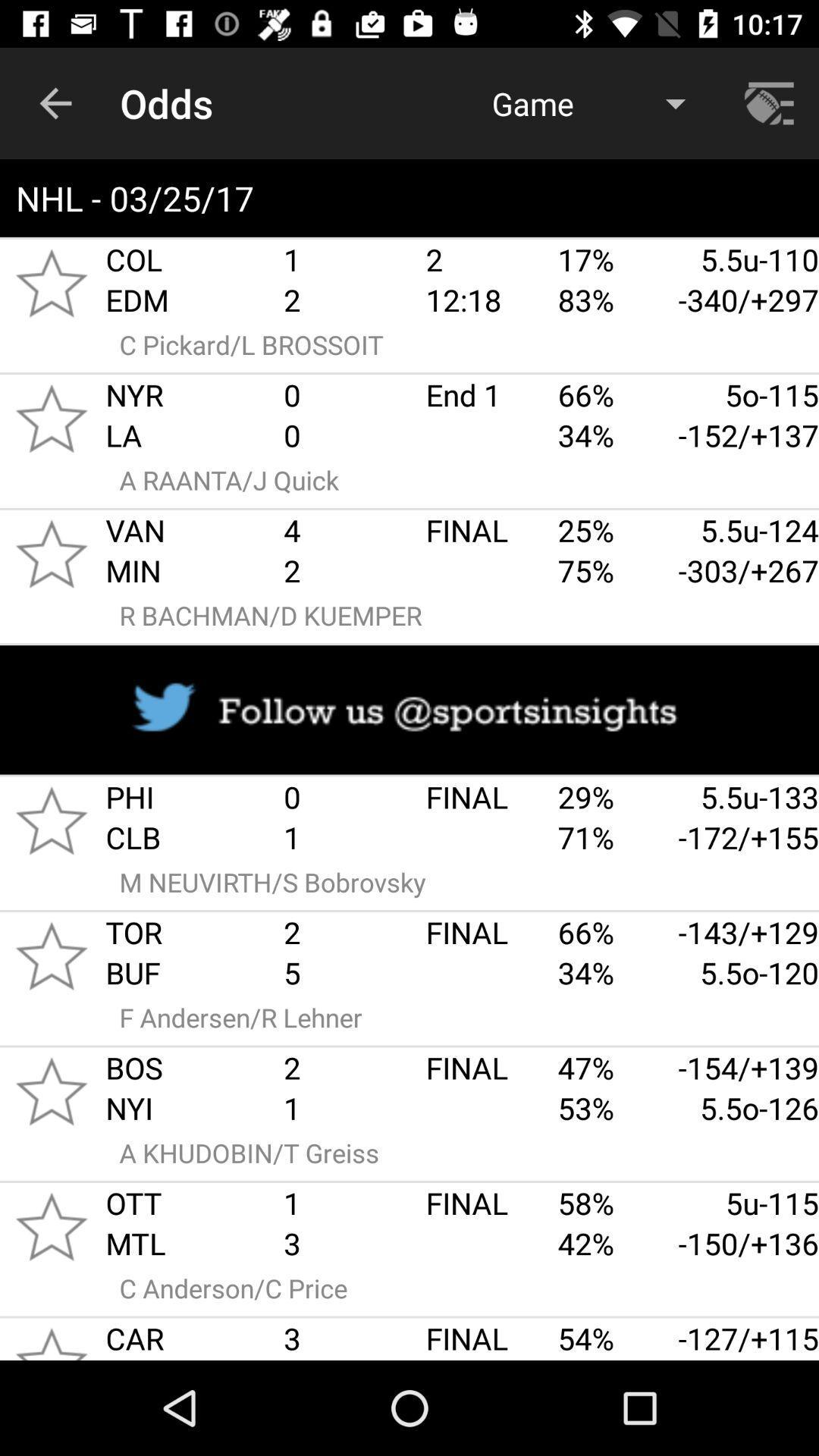 The height and width of the screenshot is (1456, 819). Describe the element at coordinates (51, 283) in the screenshot. I see `favorites option` at that location.